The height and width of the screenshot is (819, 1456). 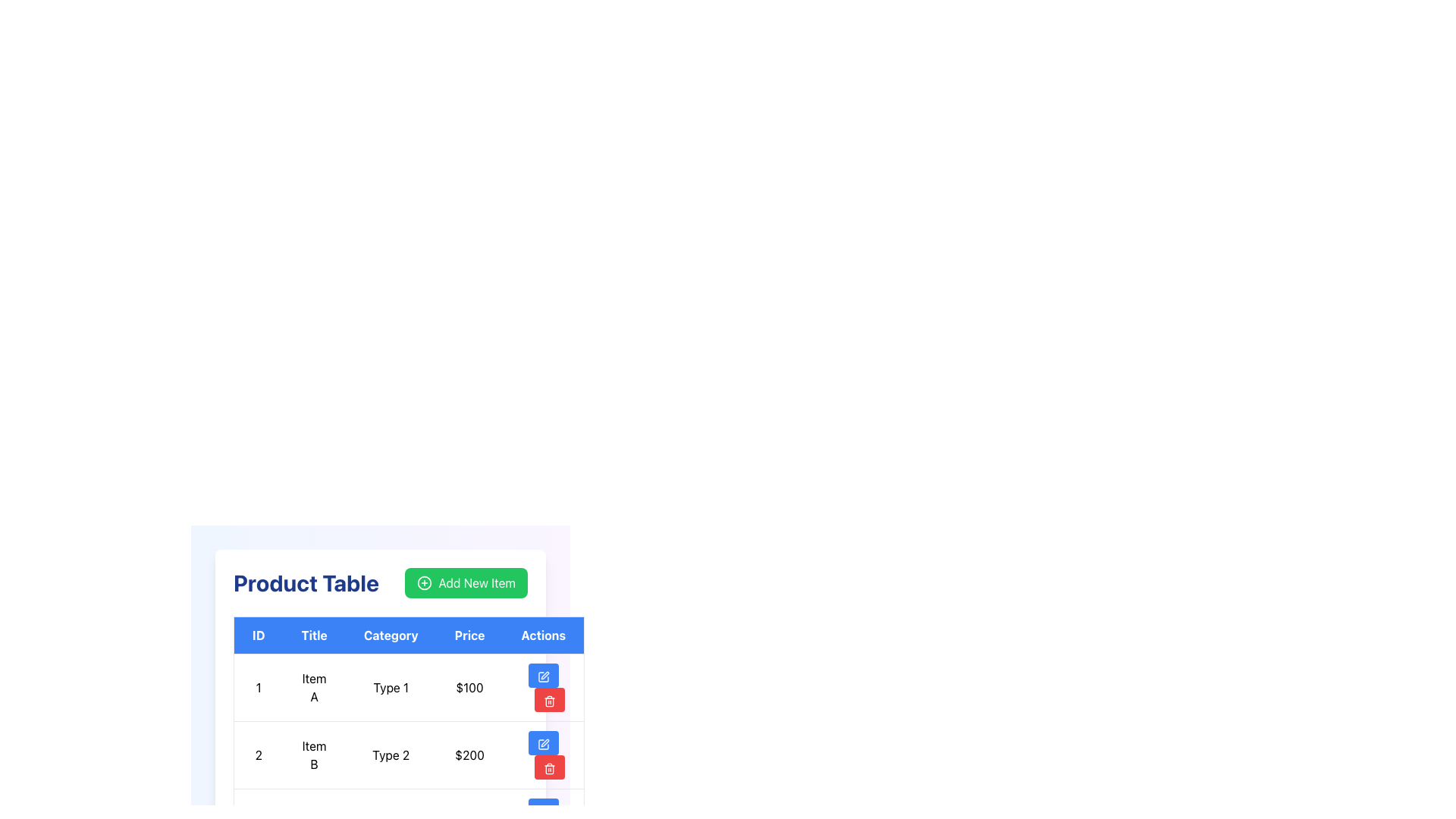 What do you see at coordinates (313, 755) in the screenshot?
I see `text displayed on the static label that is the second item in the second row of the 'Title' column in a tabular layout` at bounding box center [313, 755].